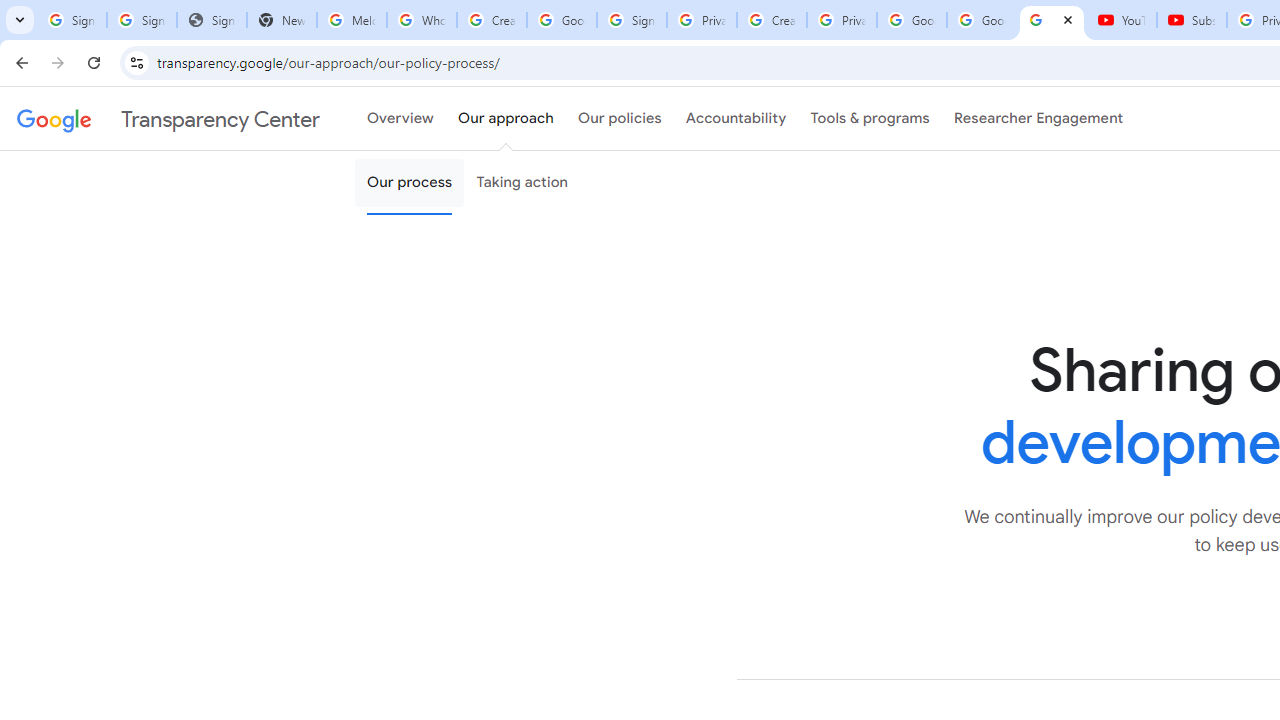  I want to click on 'Accountability', so click(735, 119).